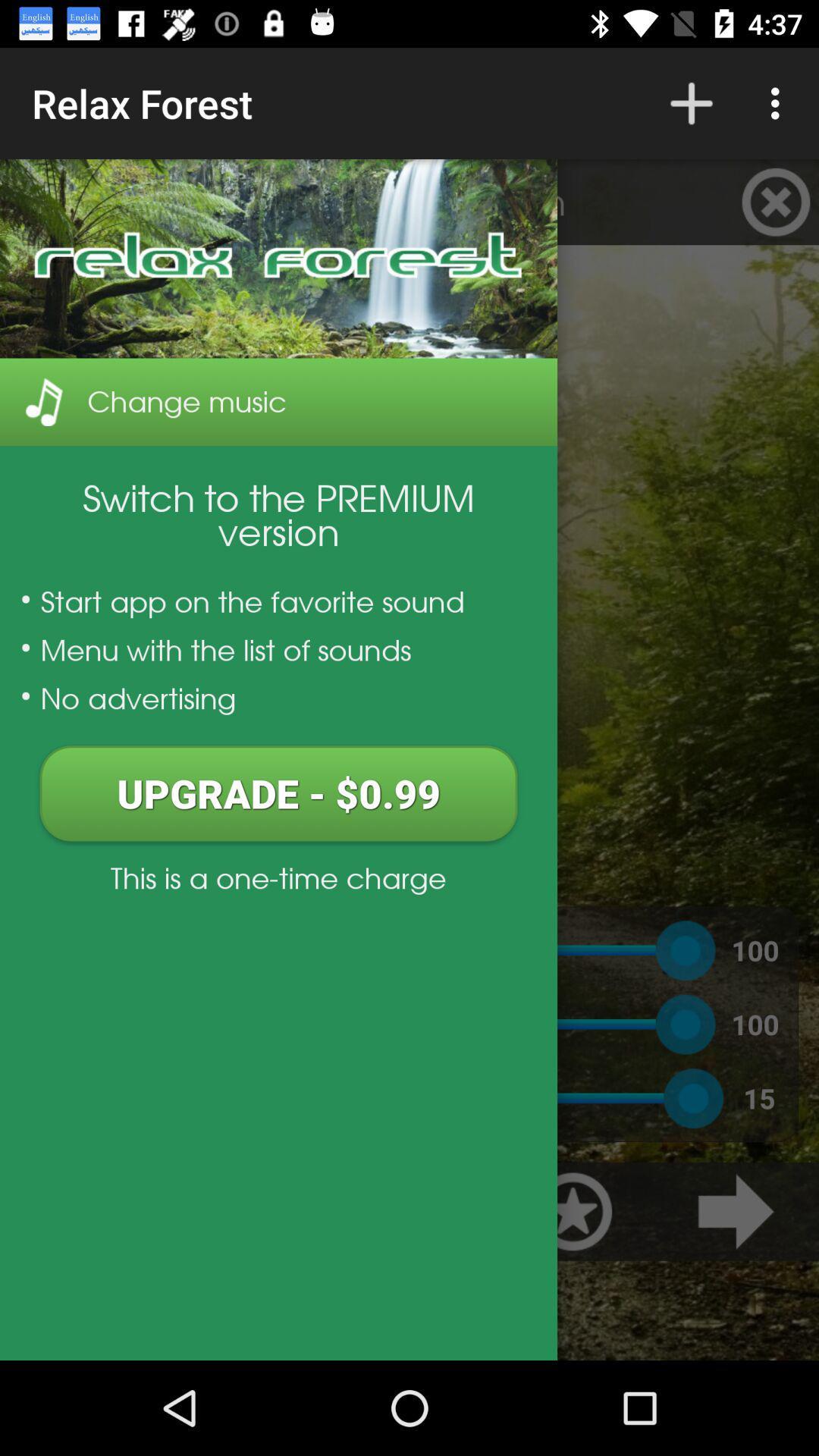  I want to click on the arrow_forward icon, so click(735, 1210).